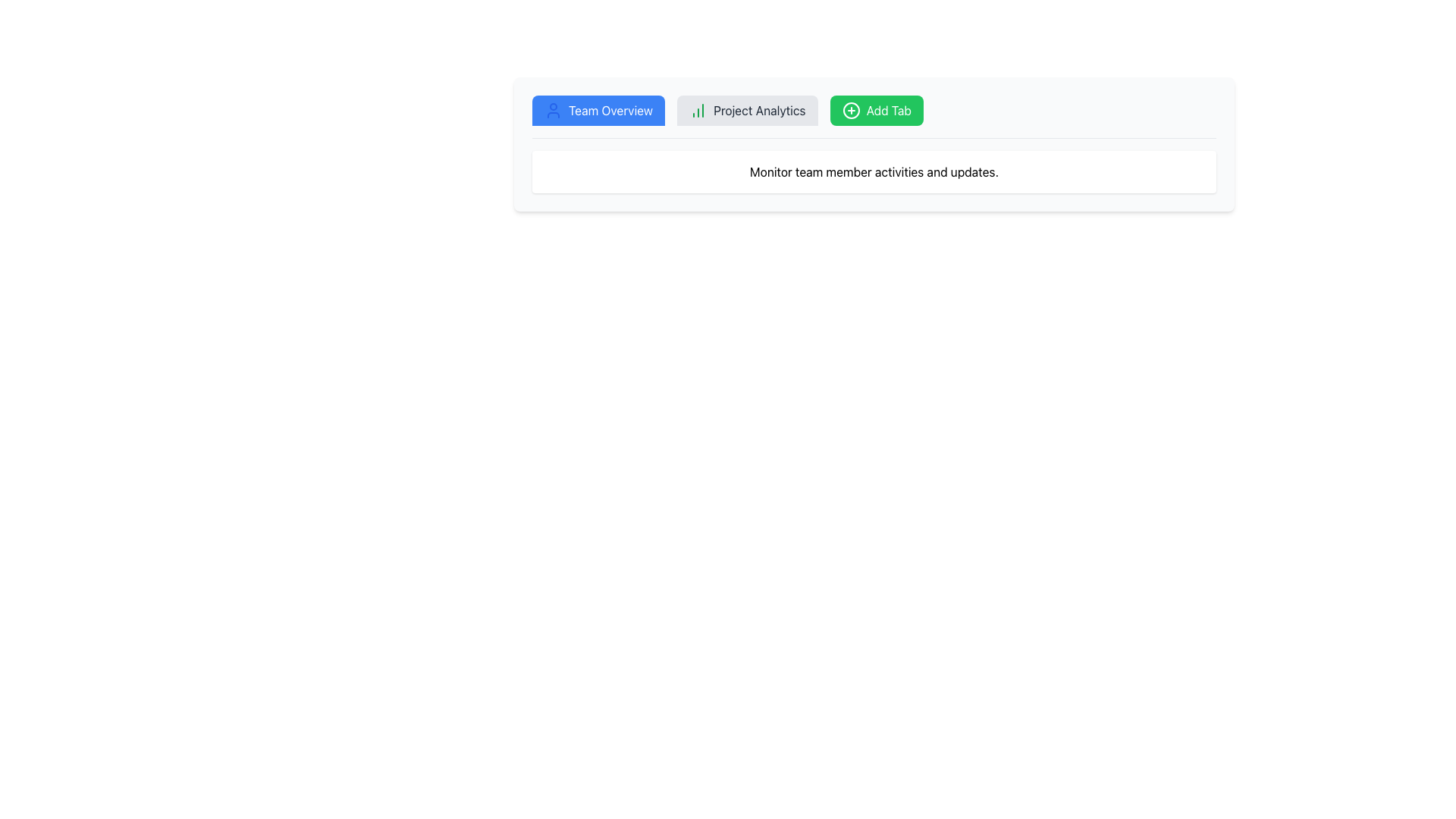 Image resolution: width=1456 pixels, height=819 pixels. What do you see at coordinates (698, 110) in the screenshot?
I see `the analytics icon located` at bounding box center [698, 110].